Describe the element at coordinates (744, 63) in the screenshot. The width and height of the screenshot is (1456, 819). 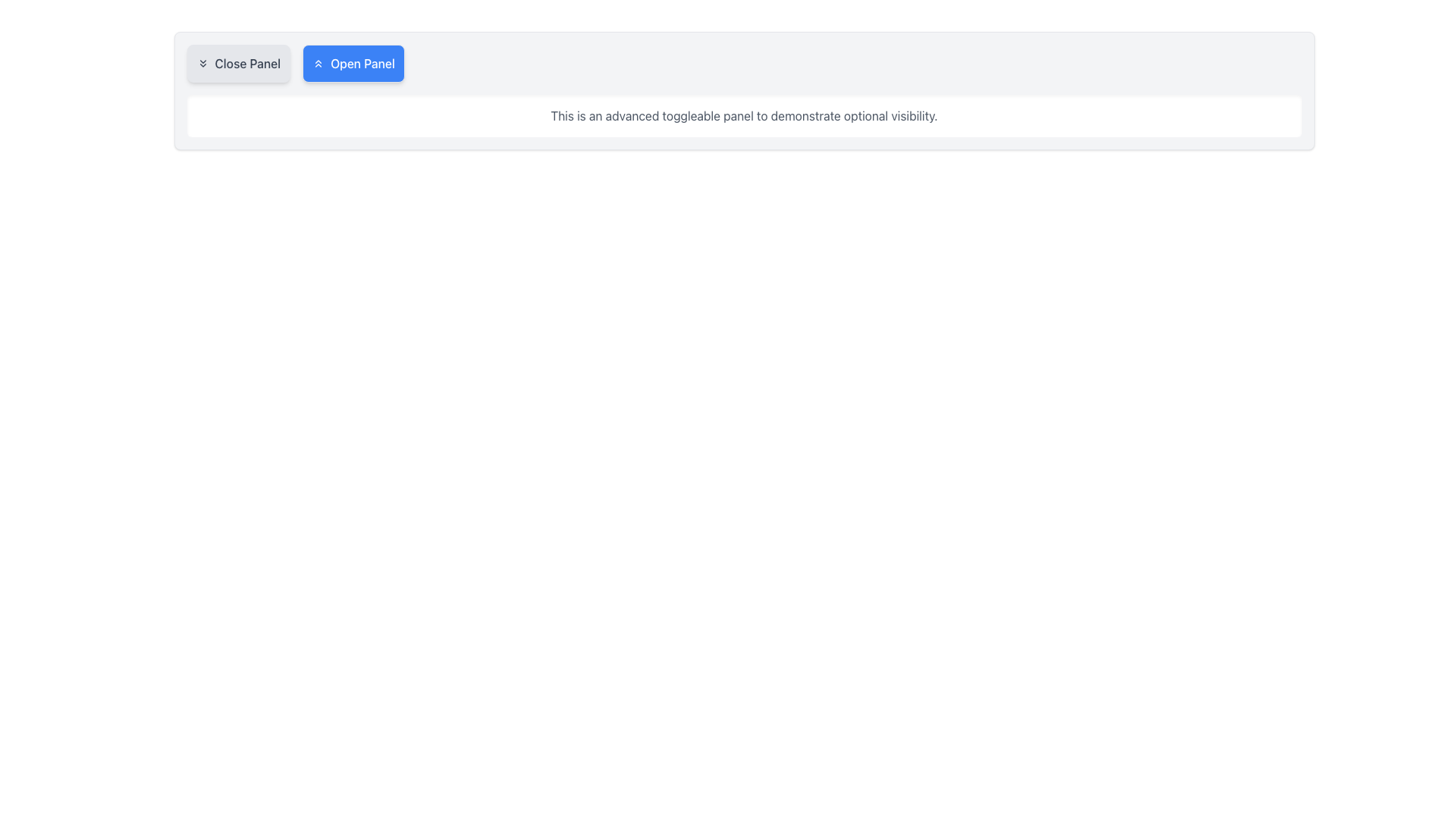
I see `the 'Close Panel' button in the button group located at the top of the bordered, rounded, grey panel` at that location.